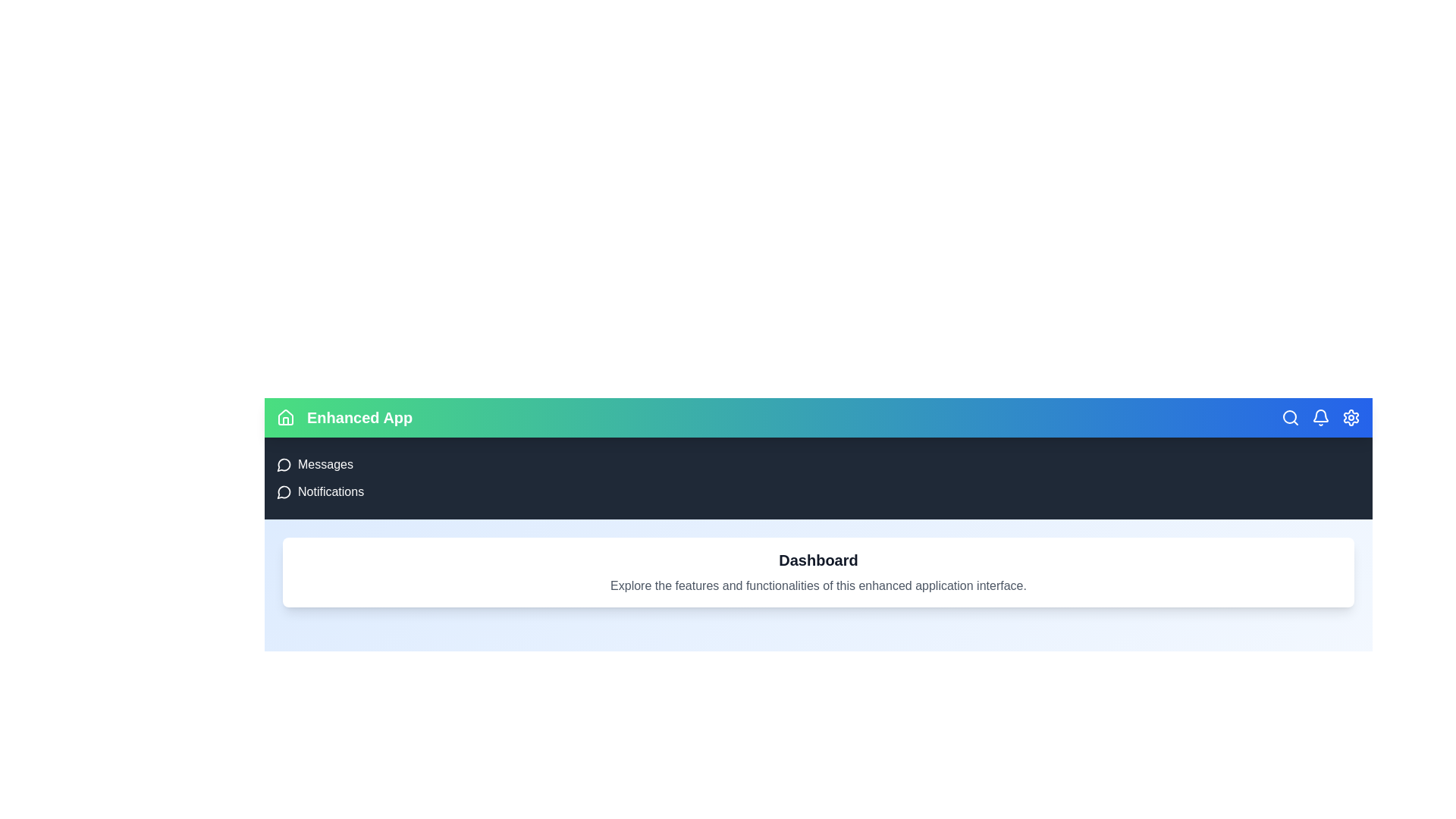 The height and width of the screenshot is (819, 1456). Describe the element at coordinates (286, 464) in the screenshot. I see `the menu option Messages from the navigation bar` at that location.